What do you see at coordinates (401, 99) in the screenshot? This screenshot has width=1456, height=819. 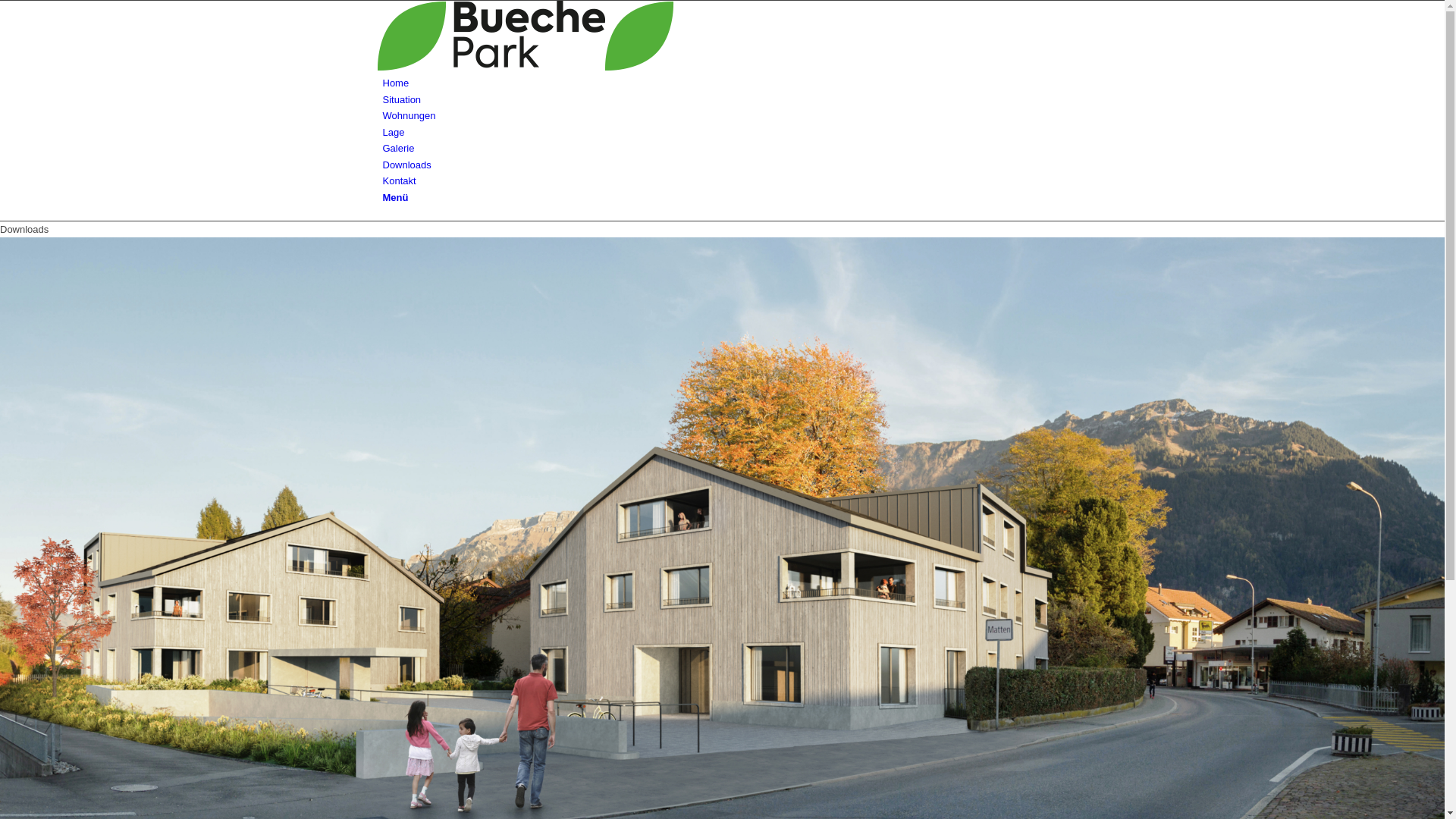 I see `'Situation'` at bounding box center [401, 99].